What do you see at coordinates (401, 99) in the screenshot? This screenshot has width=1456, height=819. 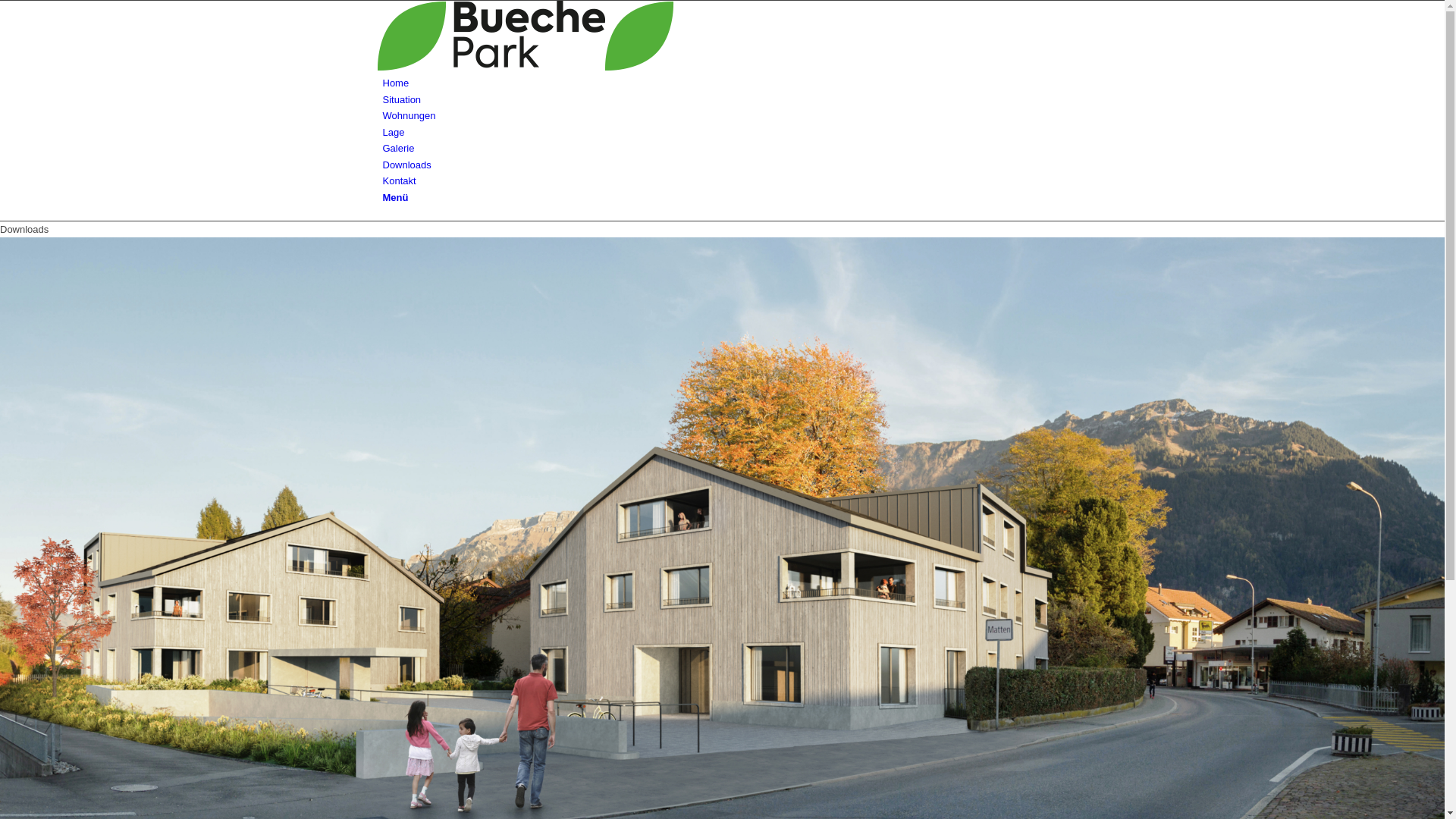 I see `'Situation'` at bounding box center [401, 99].